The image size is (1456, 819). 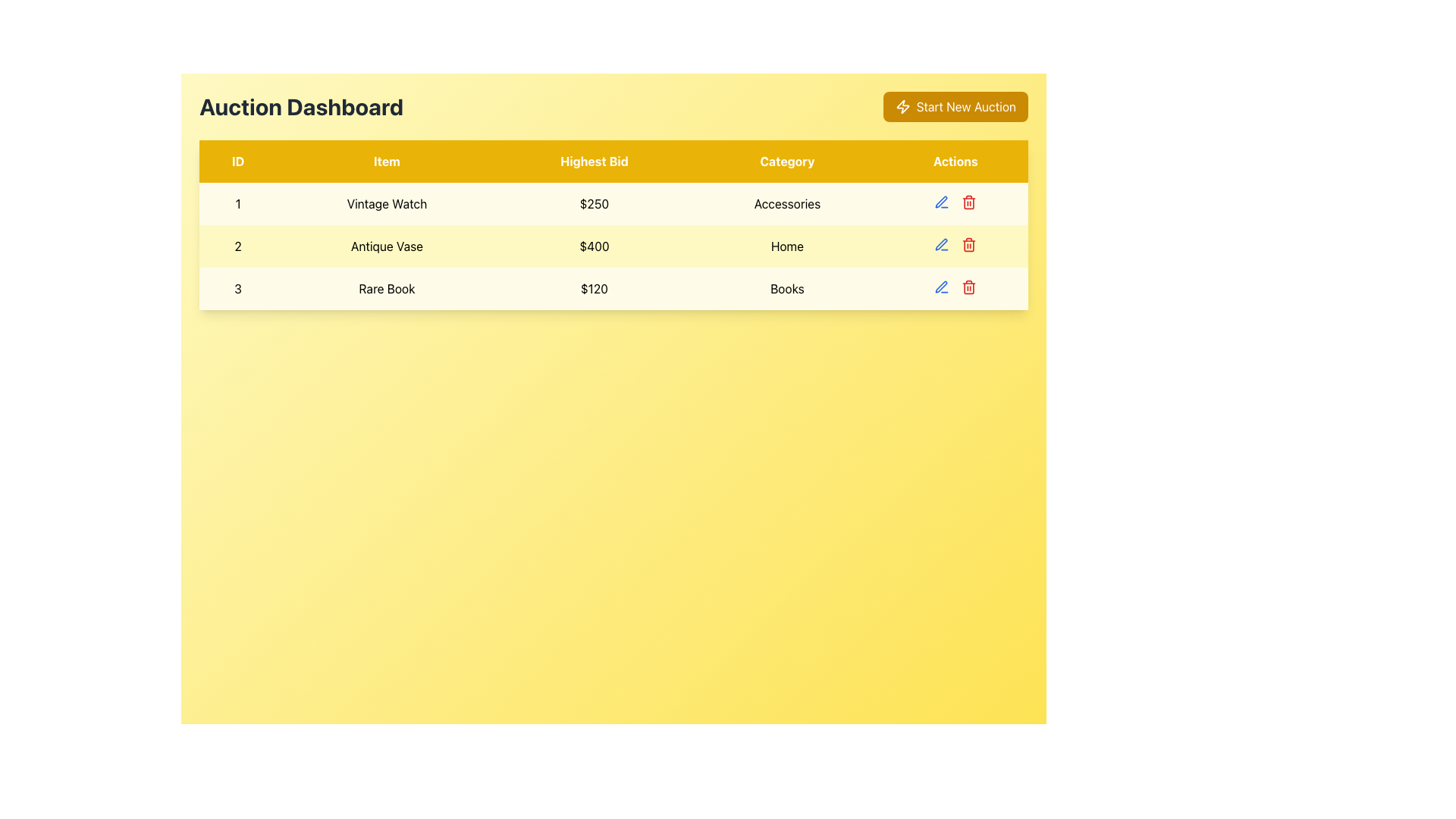 I want to click on the Text Label that serves as a column header for item names or descriptions, located in the second column of a five-column layout, between 'ID' and 'Highest Bid', so click(x=387, y=161).